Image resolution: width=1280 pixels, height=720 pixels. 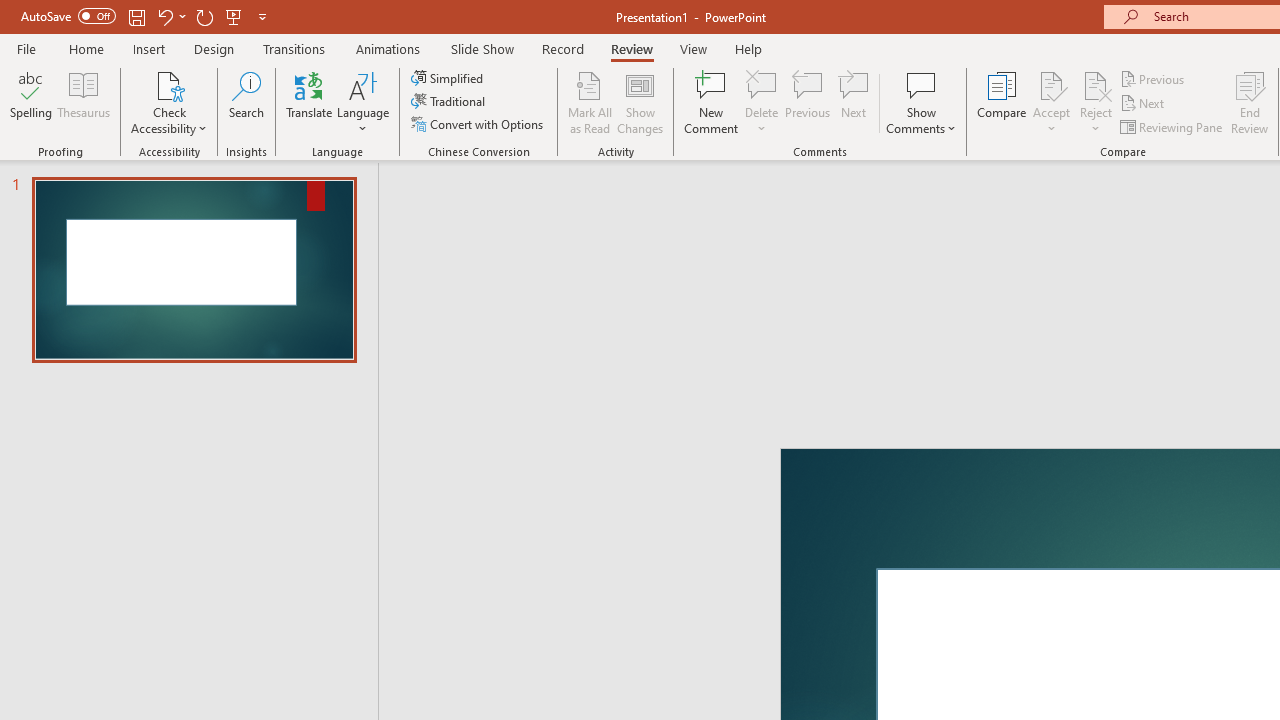 What do you see at coordinates (1050, 103) in the screenshot?
I see `'Accept'` at bounding box center [1050, 103].